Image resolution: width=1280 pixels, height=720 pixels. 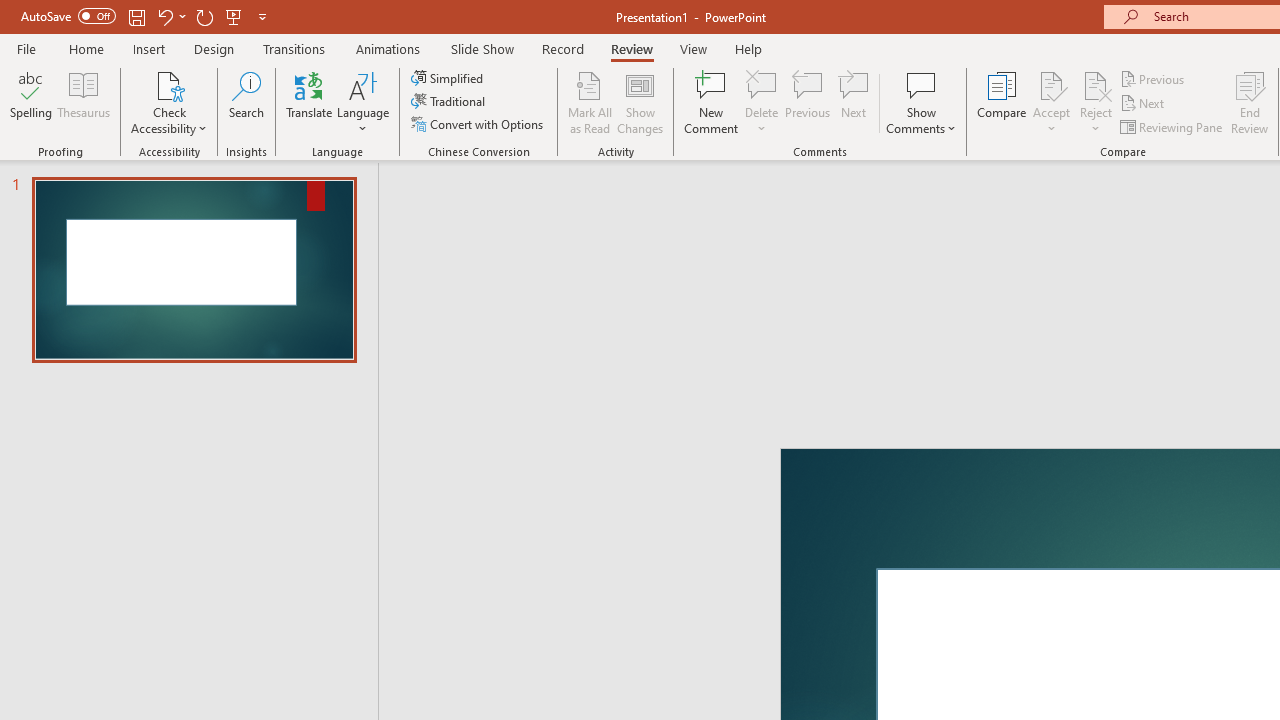 What do you see at coordinates (1050, 103) in the screenshot?
I see `'Accept'` at bounding box center [1050, 103].